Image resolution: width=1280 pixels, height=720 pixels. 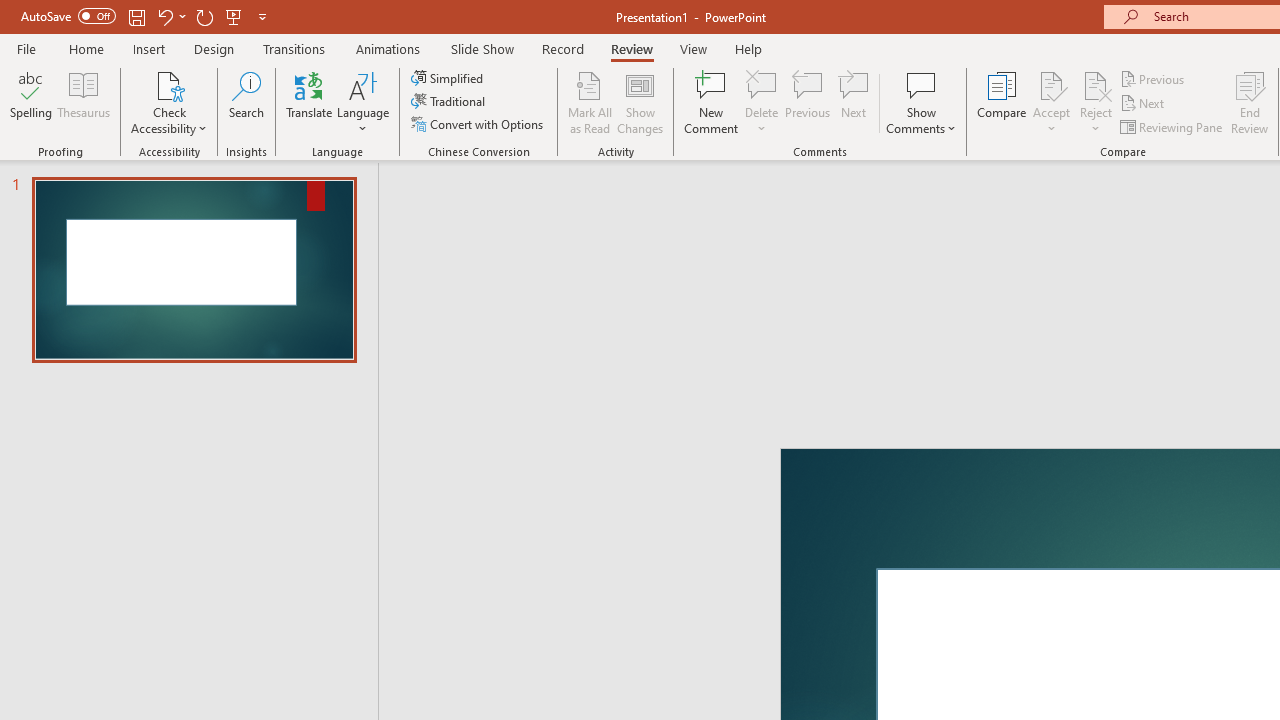 What do you see at coordinates (1050, 103) in the screenshot?
I see `'Accept'` at bounding box center [1050, 103].